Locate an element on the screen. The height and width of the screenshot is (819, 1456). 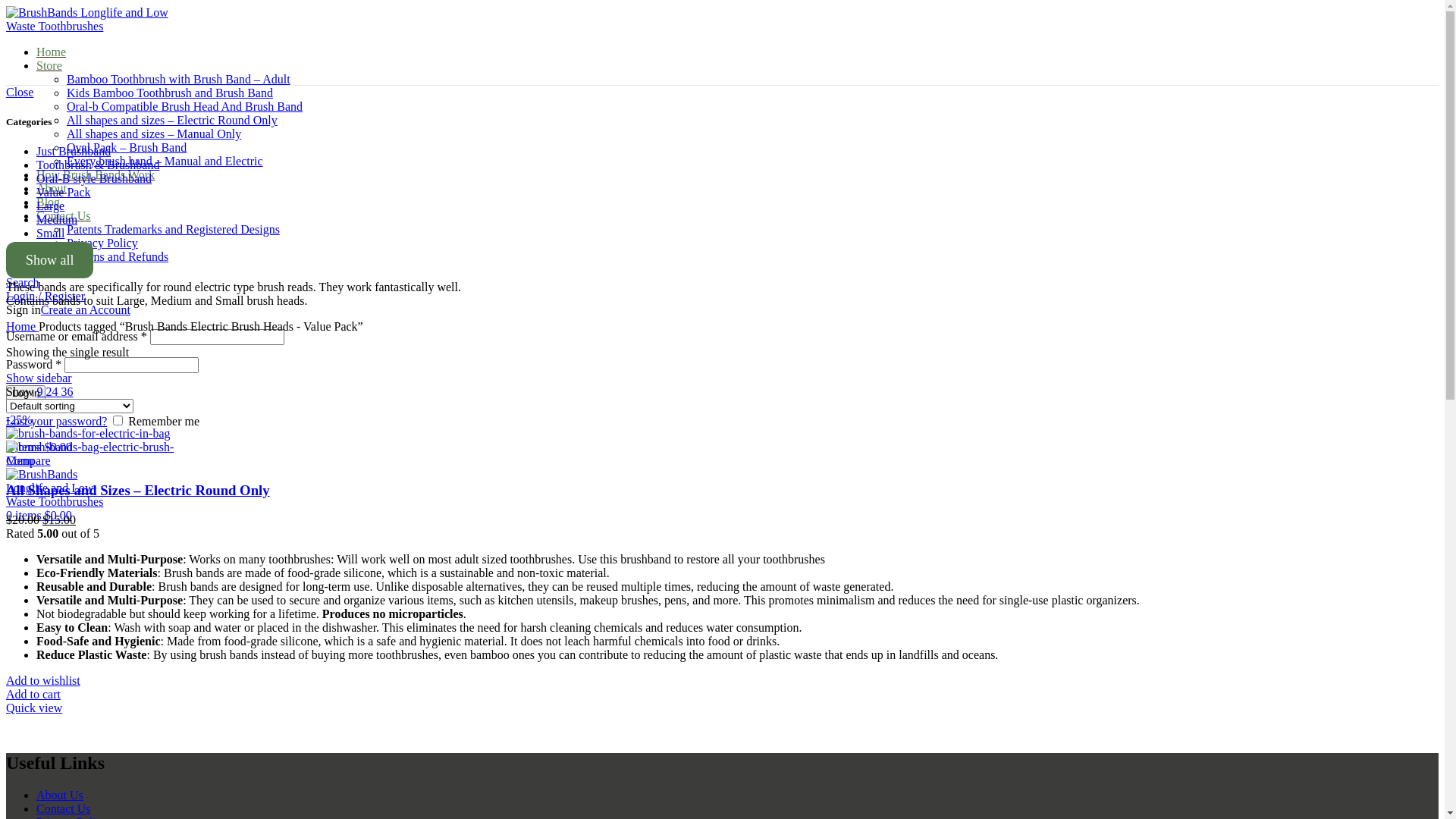
'Toothbrush & Brushband' is located at coordinates (97, 165).